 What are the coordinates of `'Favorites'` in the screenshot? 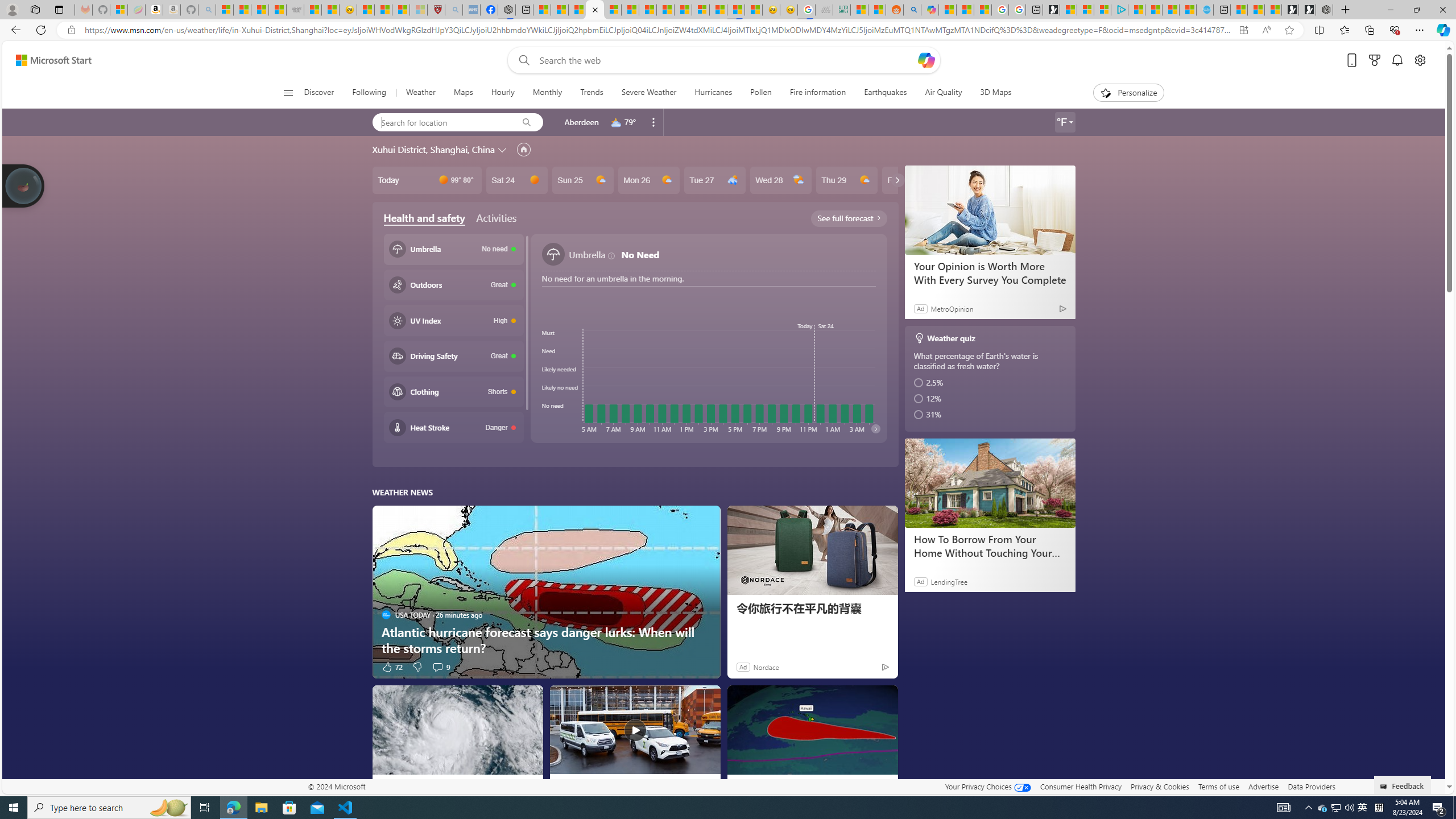 It's located at (1345, 29).